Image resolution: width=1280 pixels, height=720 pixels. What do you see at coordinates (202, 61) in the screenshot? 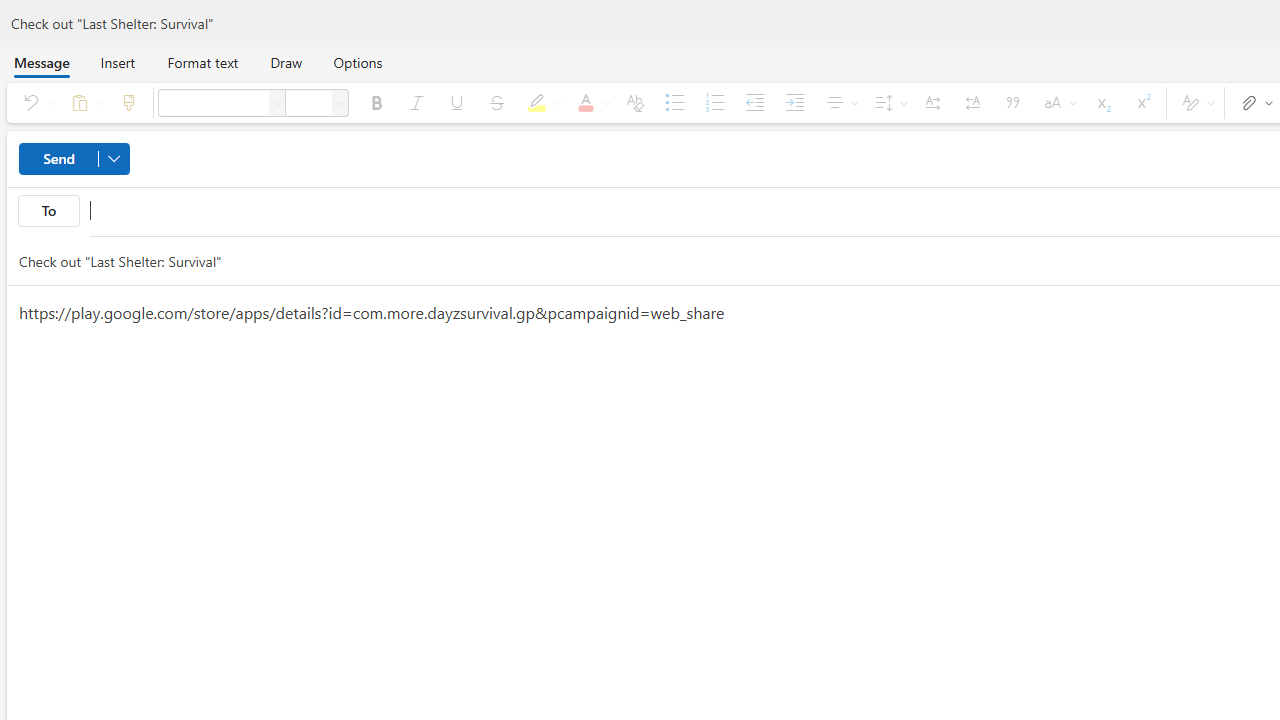
I see `'Format text'` at bounding box center [202, 61].